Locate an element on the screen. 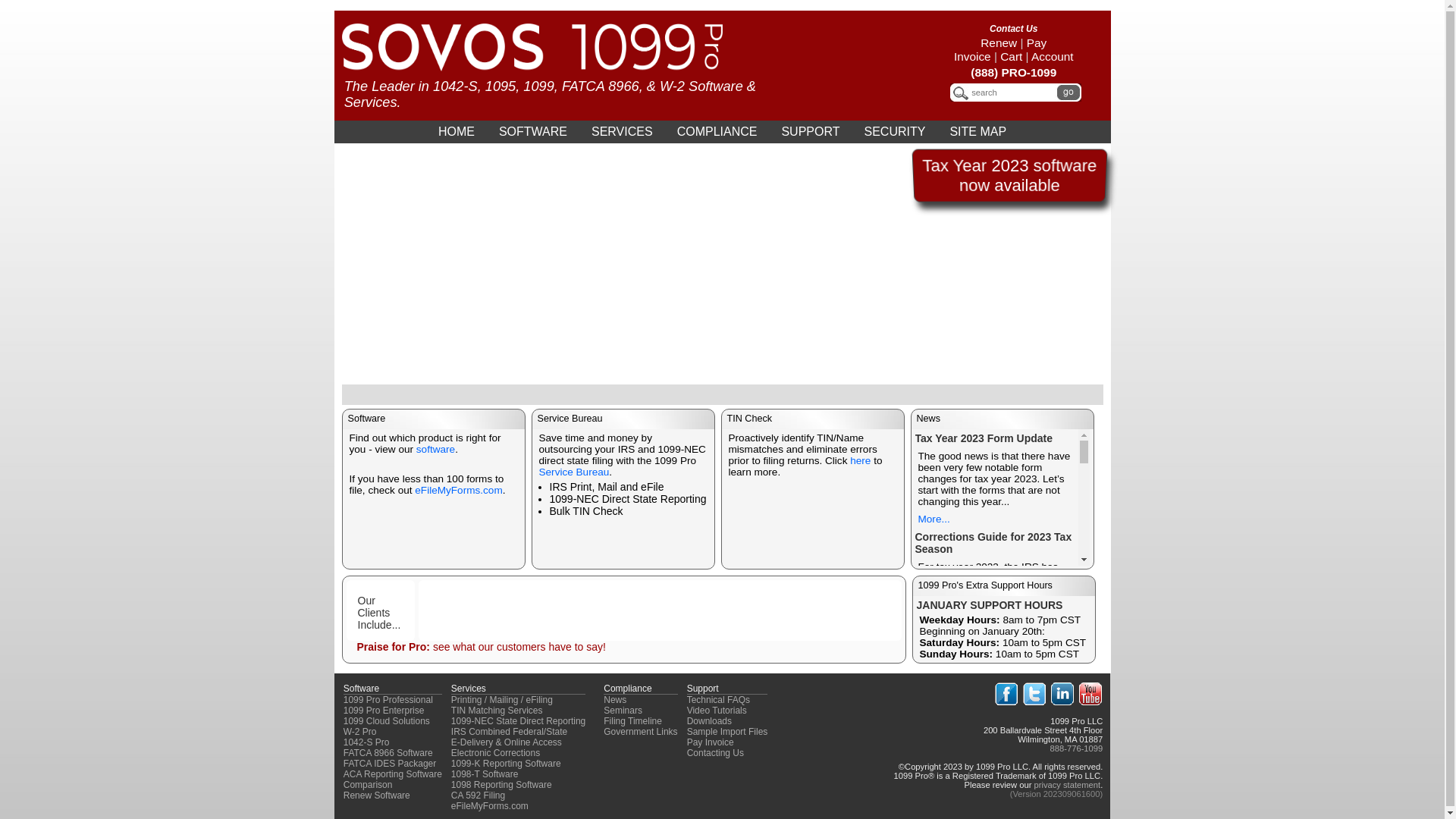 The height and width of the screenshot is (819, 1456). 'eFileMyForms.com' is located at coordinates (457, 490).